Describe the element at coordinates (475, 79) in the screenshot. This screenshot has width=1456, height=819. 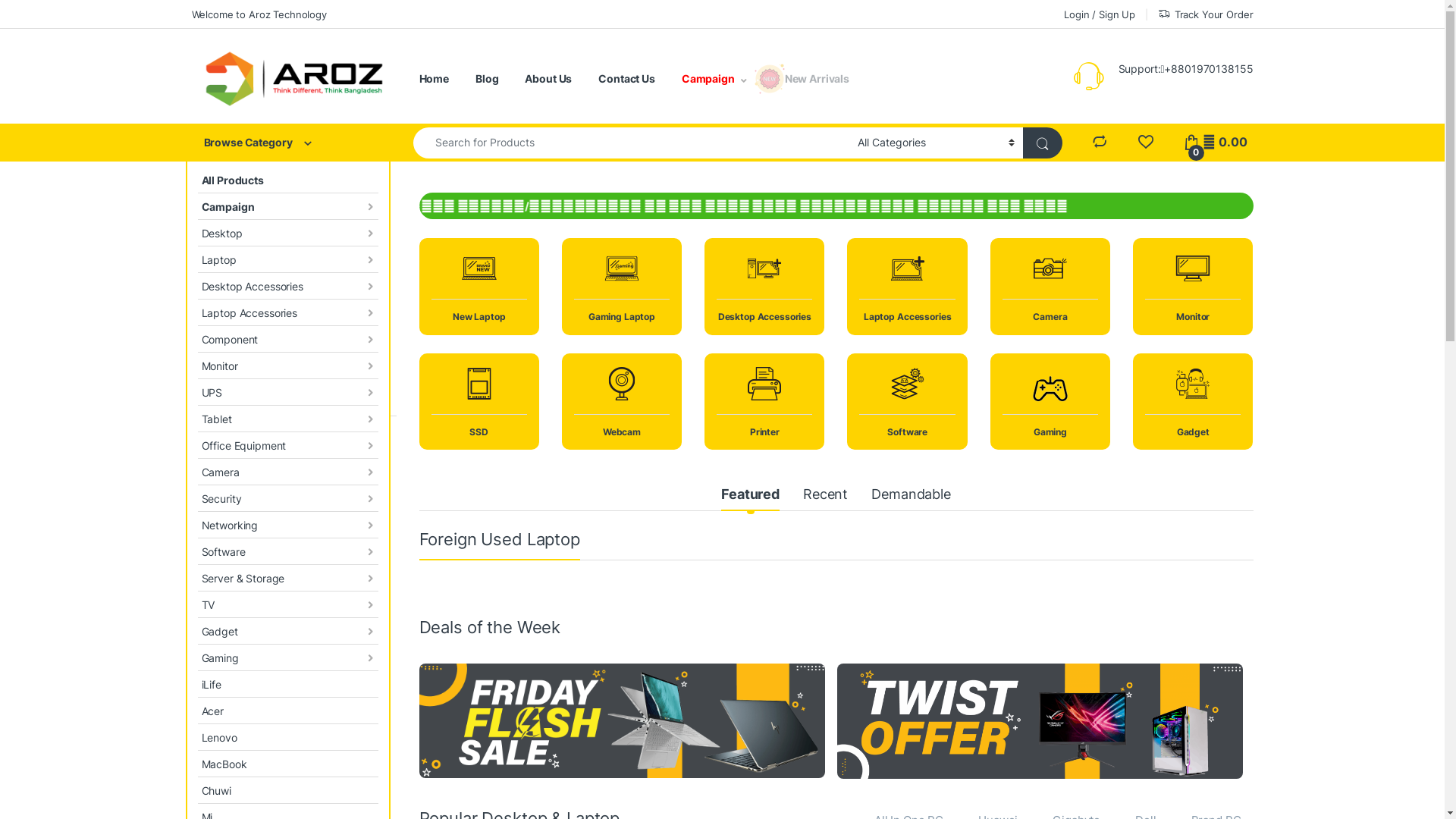
I see `'Blog'` at that location.